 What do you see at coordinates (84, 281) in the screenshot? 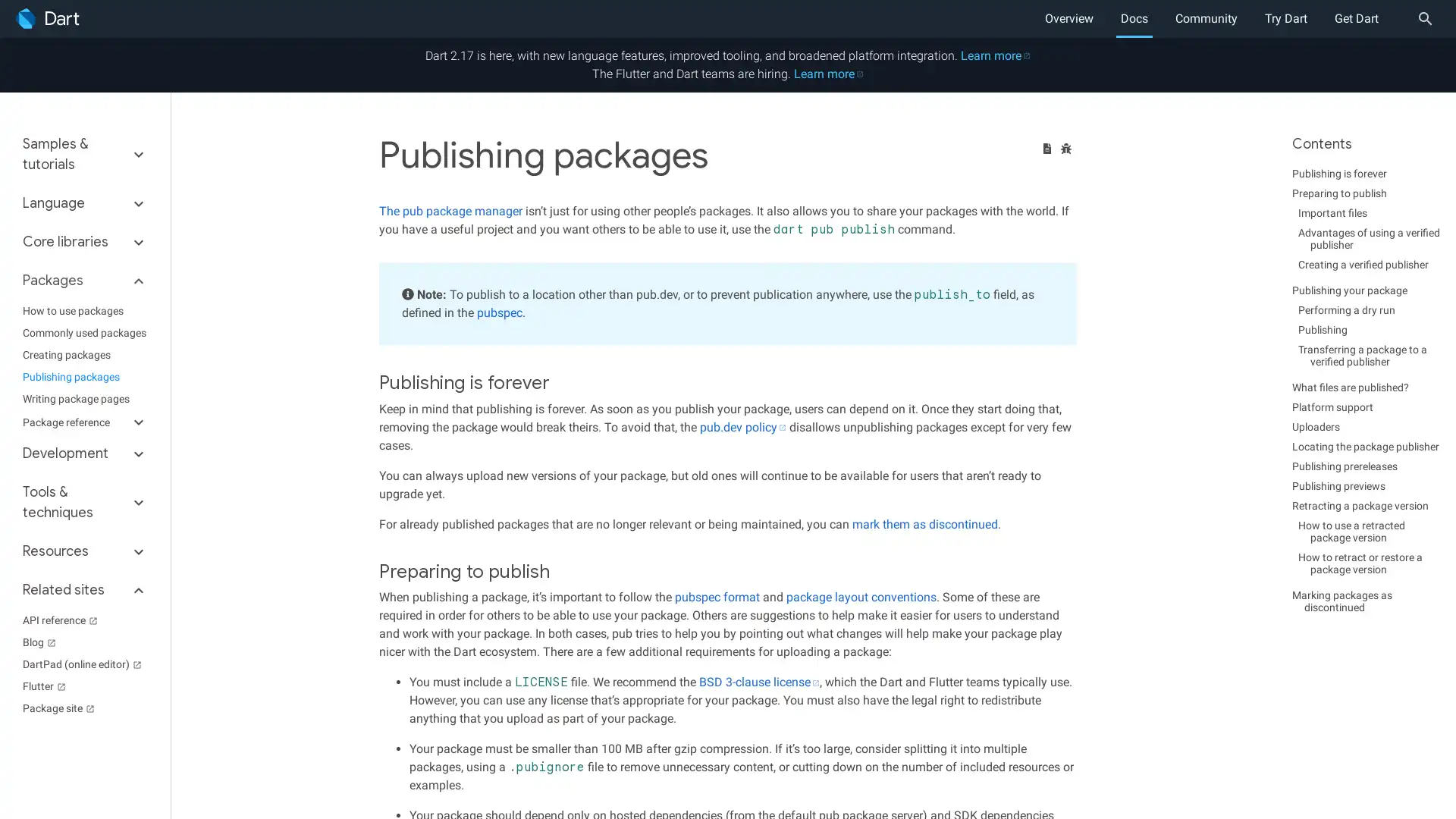
I see `Packages keyboard_arrow_down` at bounding box center [84, 281].